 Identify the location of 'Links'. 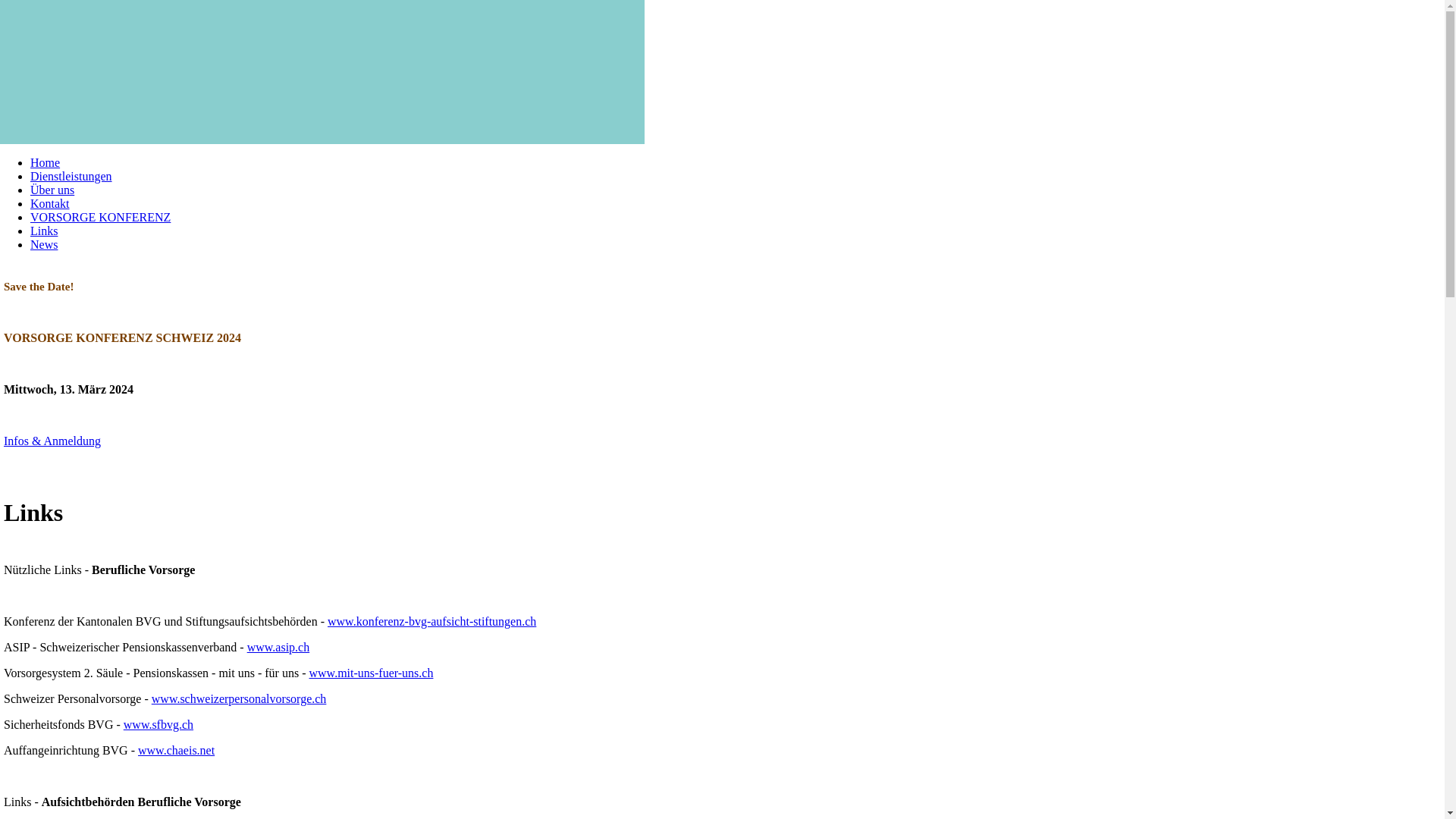
(43, 231).